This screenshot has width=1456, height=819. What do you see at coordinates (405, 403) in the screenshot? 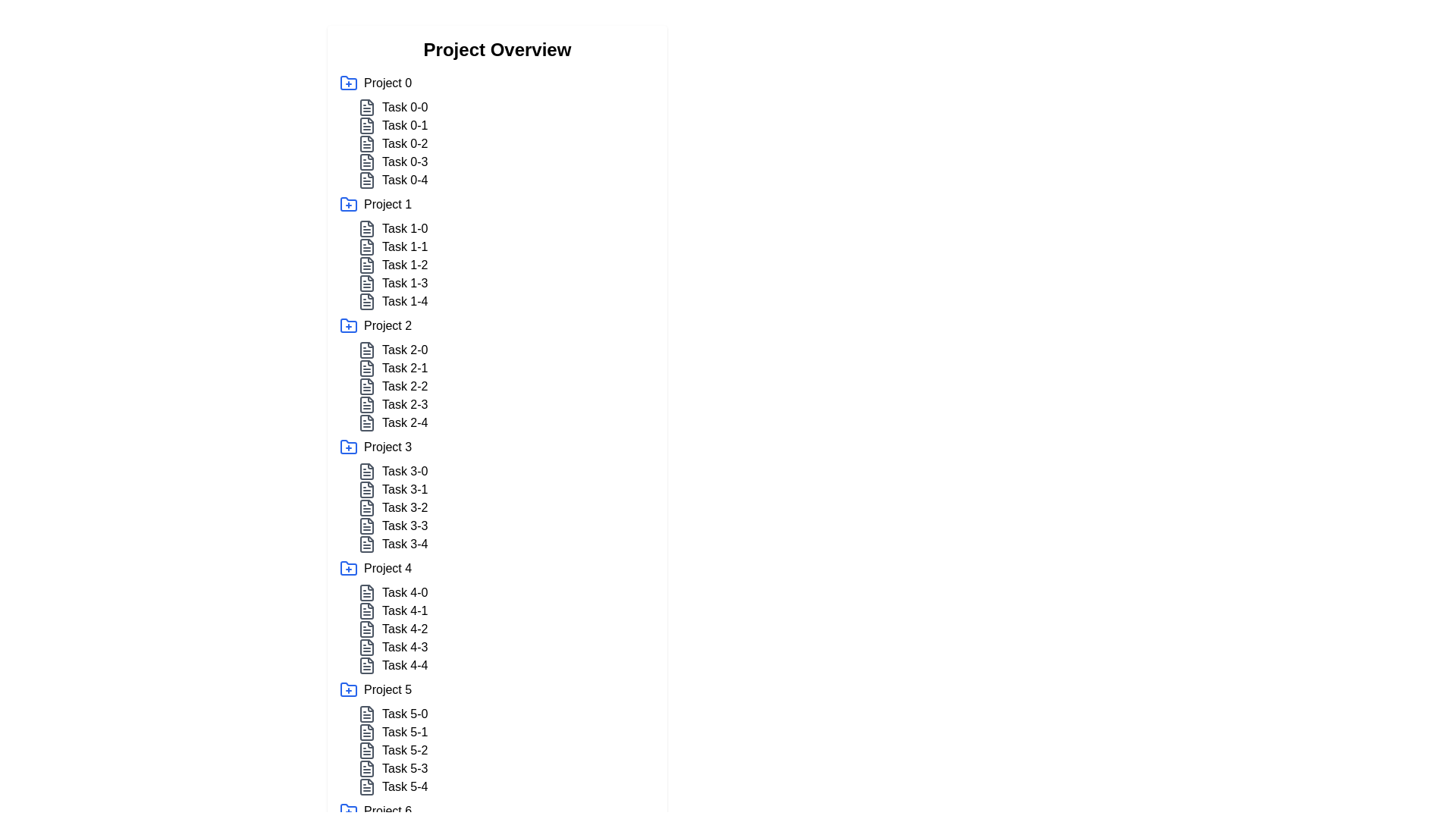
I see `the text label 'Task 2-3' in the project hierarchy` at bounding box center [405, 403].